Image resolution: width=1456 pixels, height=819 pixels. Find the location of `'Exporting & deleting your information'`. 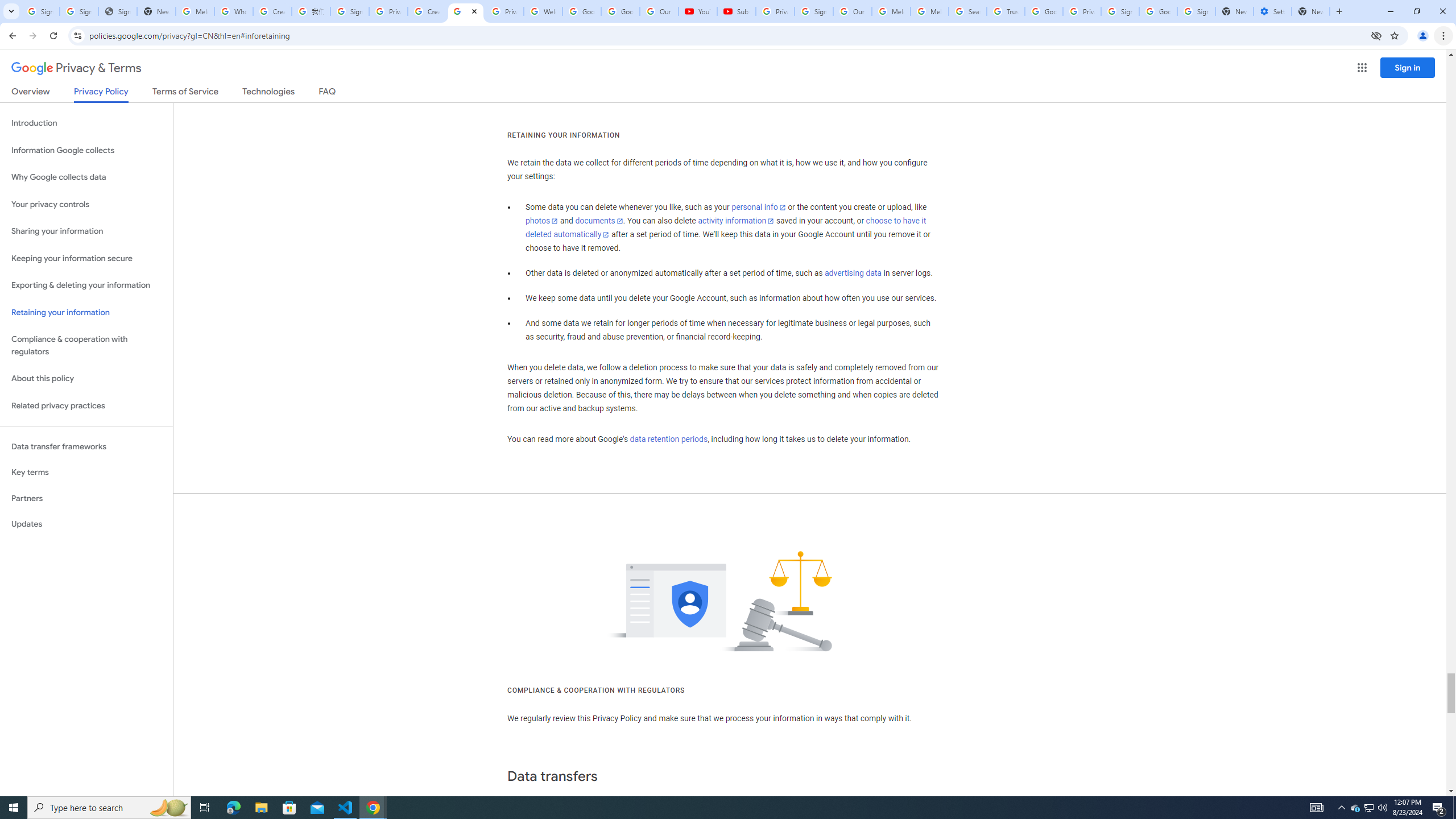

'Exporting & deleting your information' is located at coordinates (86, 285).